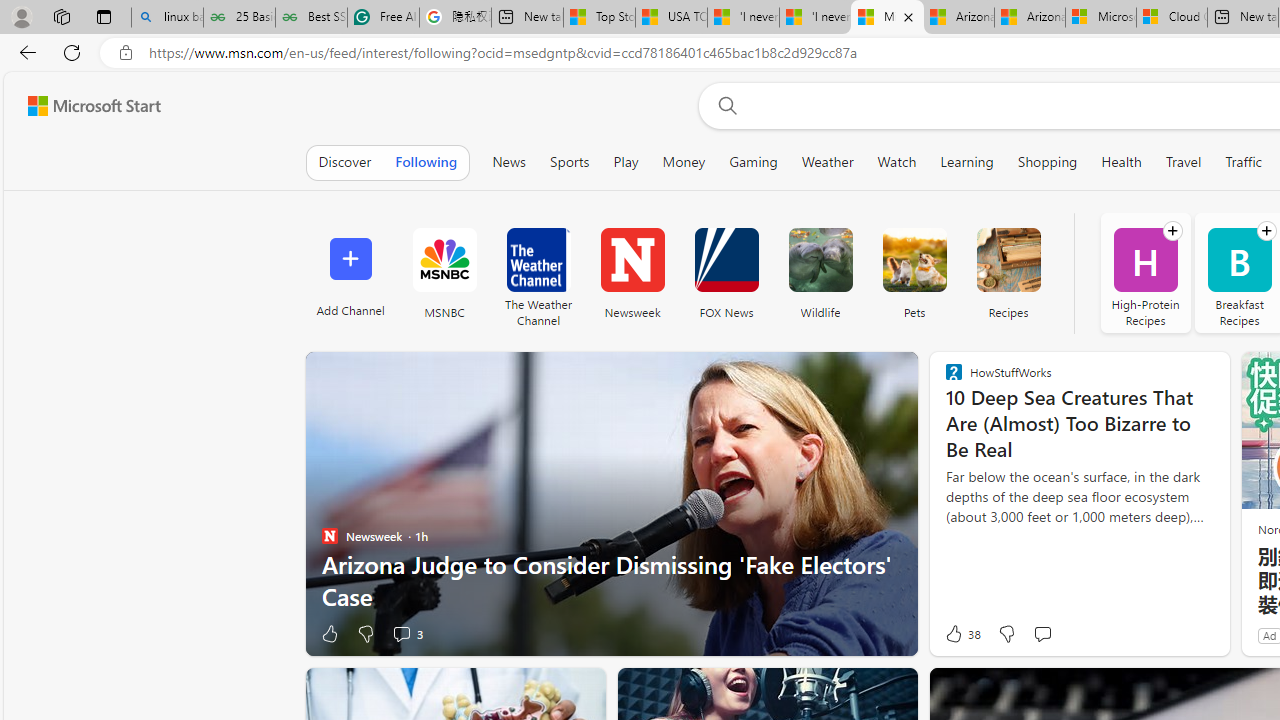 The width and height of the screenshot is (1280, 720). I want to click on 'Best SSL Certificates Provider in India - GeeksforGeeks', so click(310, 17).